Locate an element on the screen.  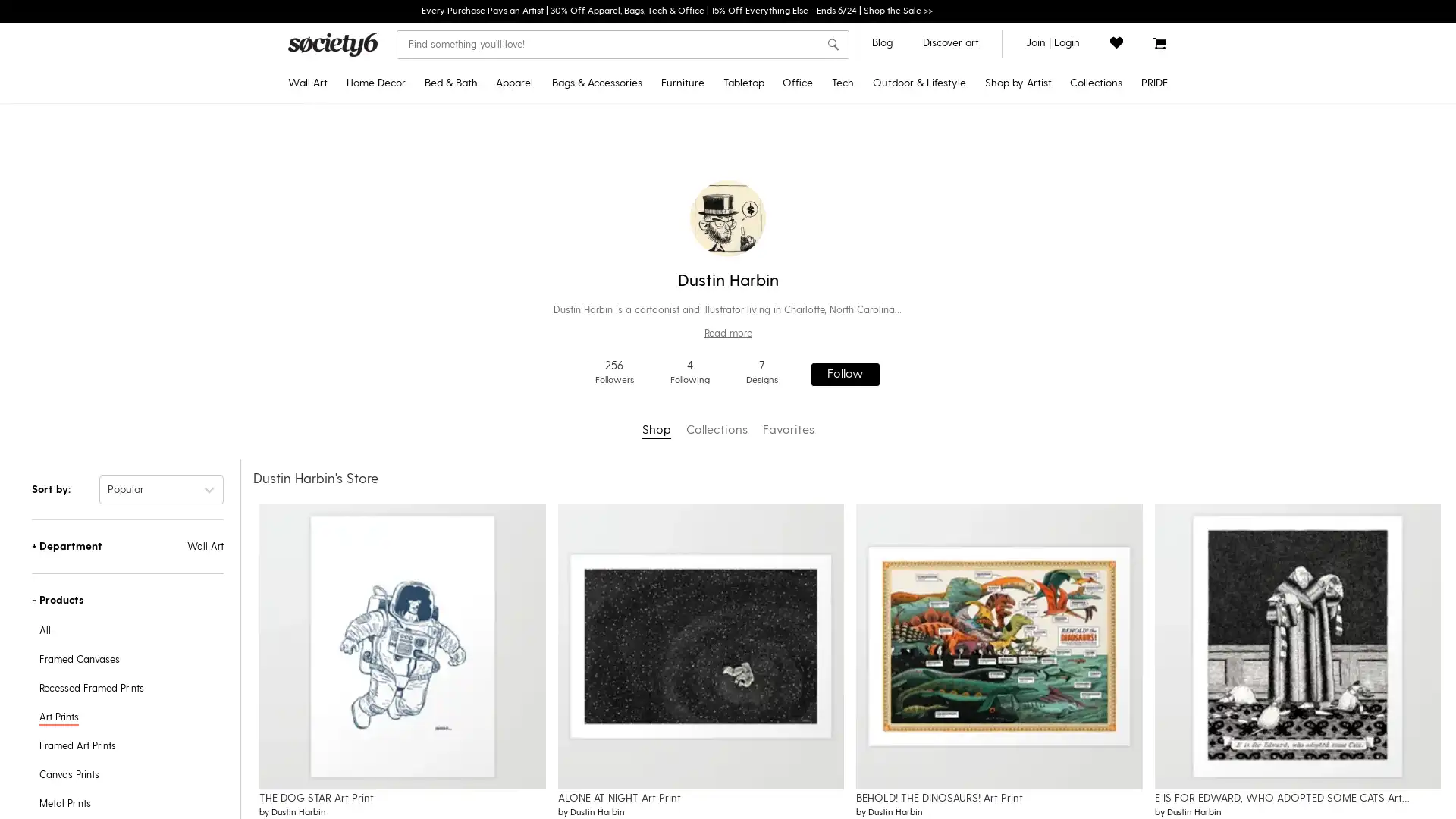
Coffee Tables is located at coordinates (708, 243).